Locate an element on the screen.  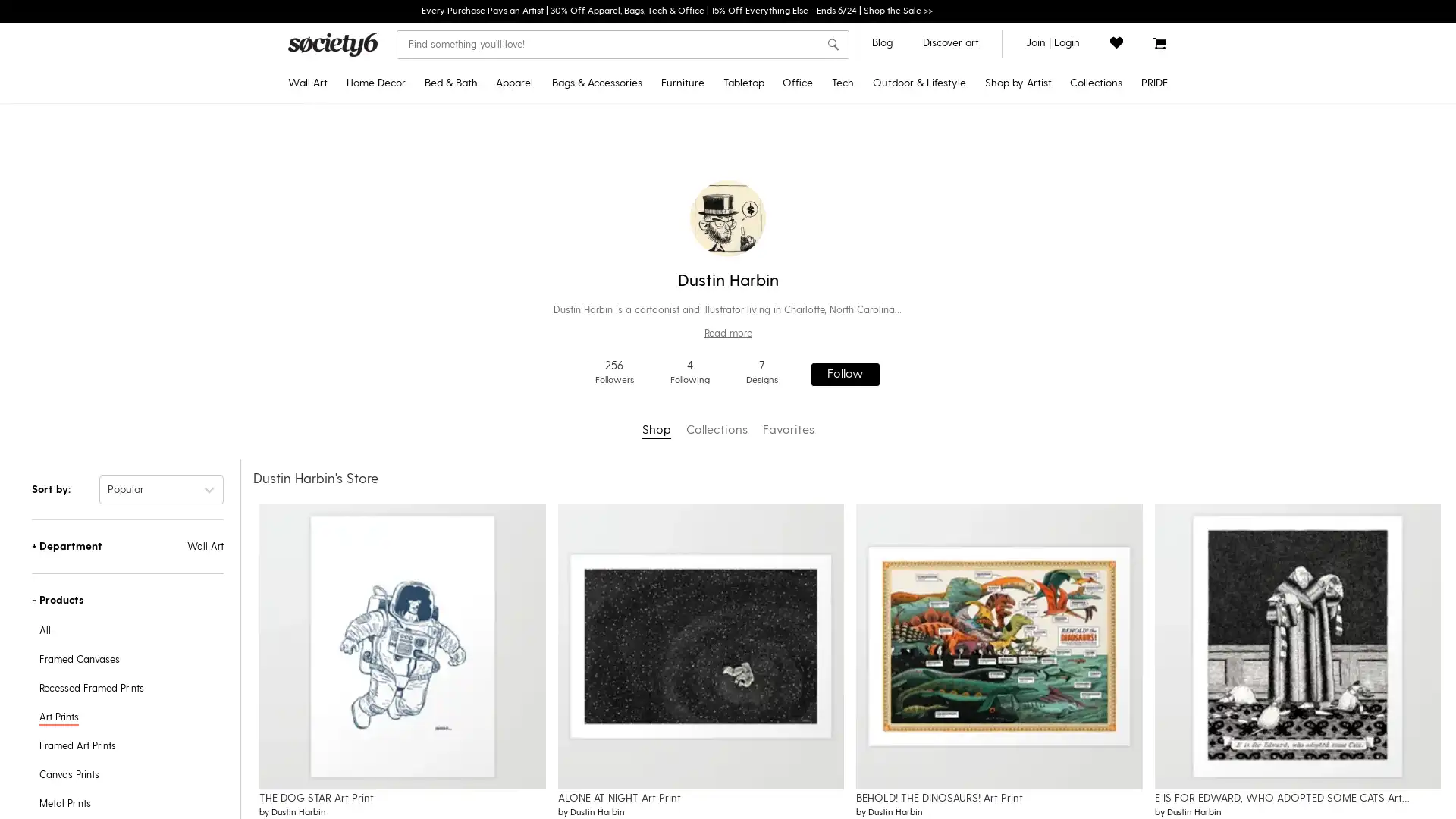
Coffee Tables is located at coordinates (708, 243).